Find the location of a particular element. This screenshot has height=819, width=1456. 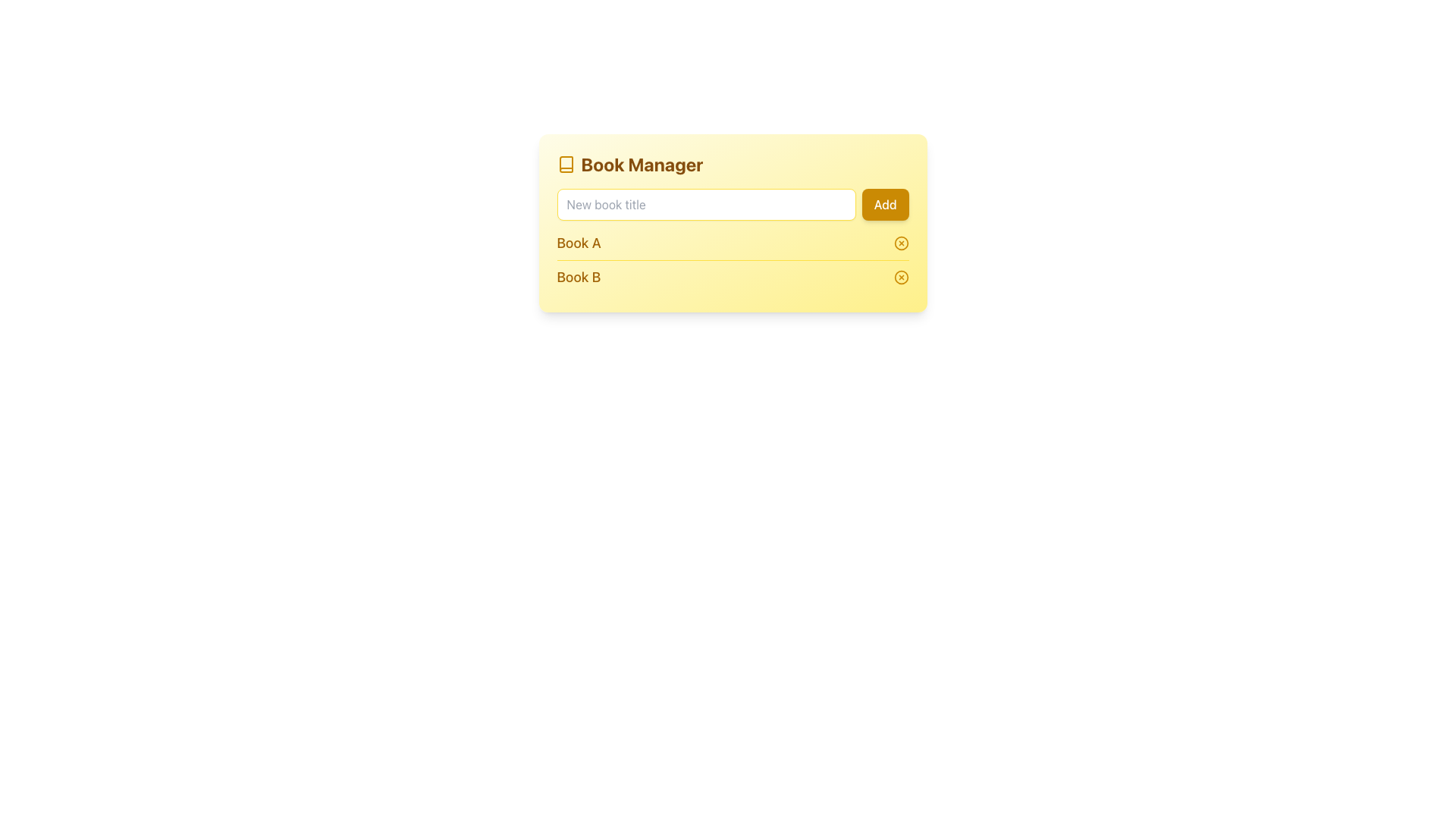

the 'remove' button associated with the book entry 'Book B' is located at coordinates (901, 278).